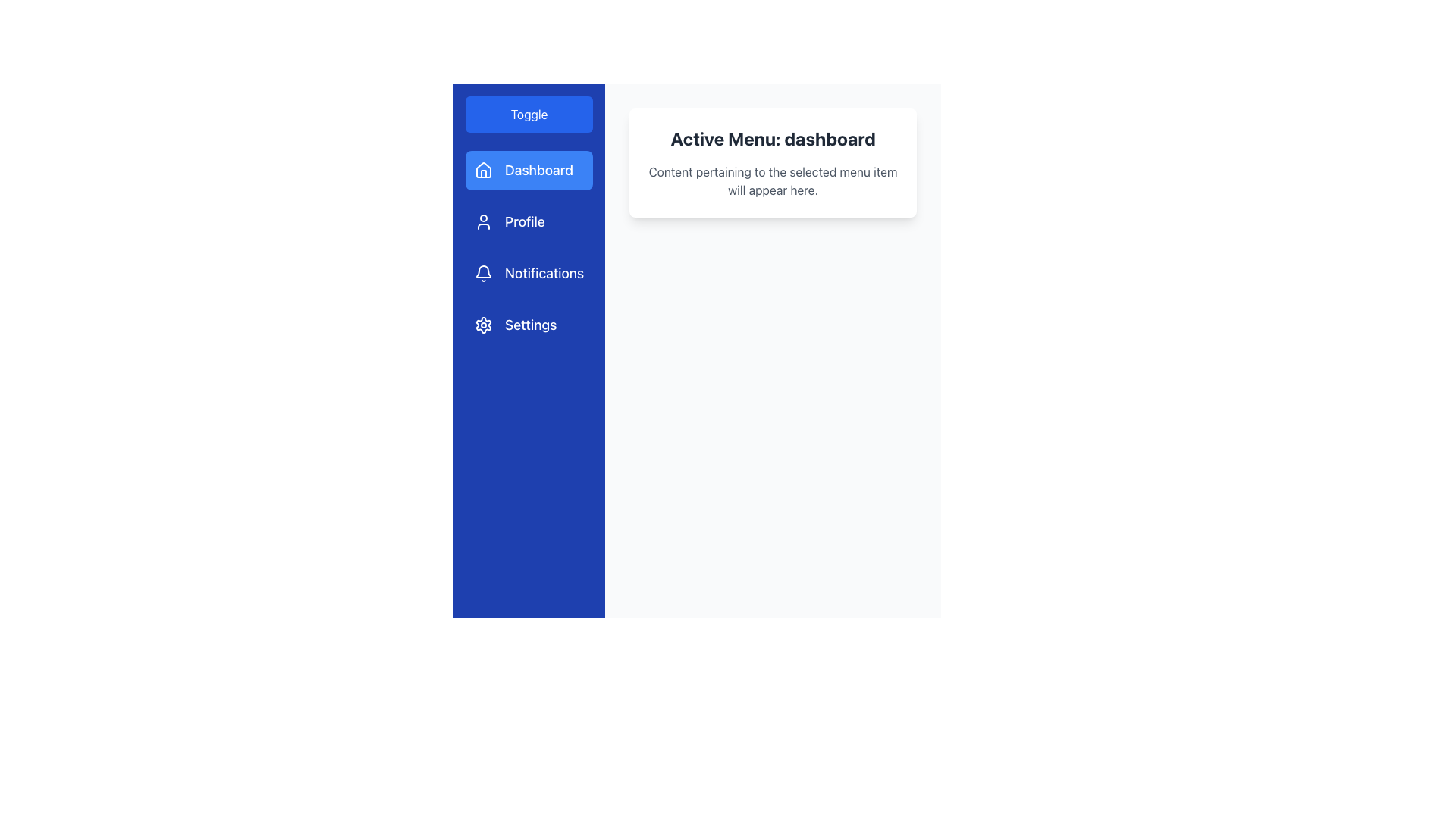 Image resolution: width=1456 pixels, height=819 pixels. Describe the element at coordinates (483, 222) in the screenshot. I see `the 'Profile' icon located in the left navigation menu` at that location.